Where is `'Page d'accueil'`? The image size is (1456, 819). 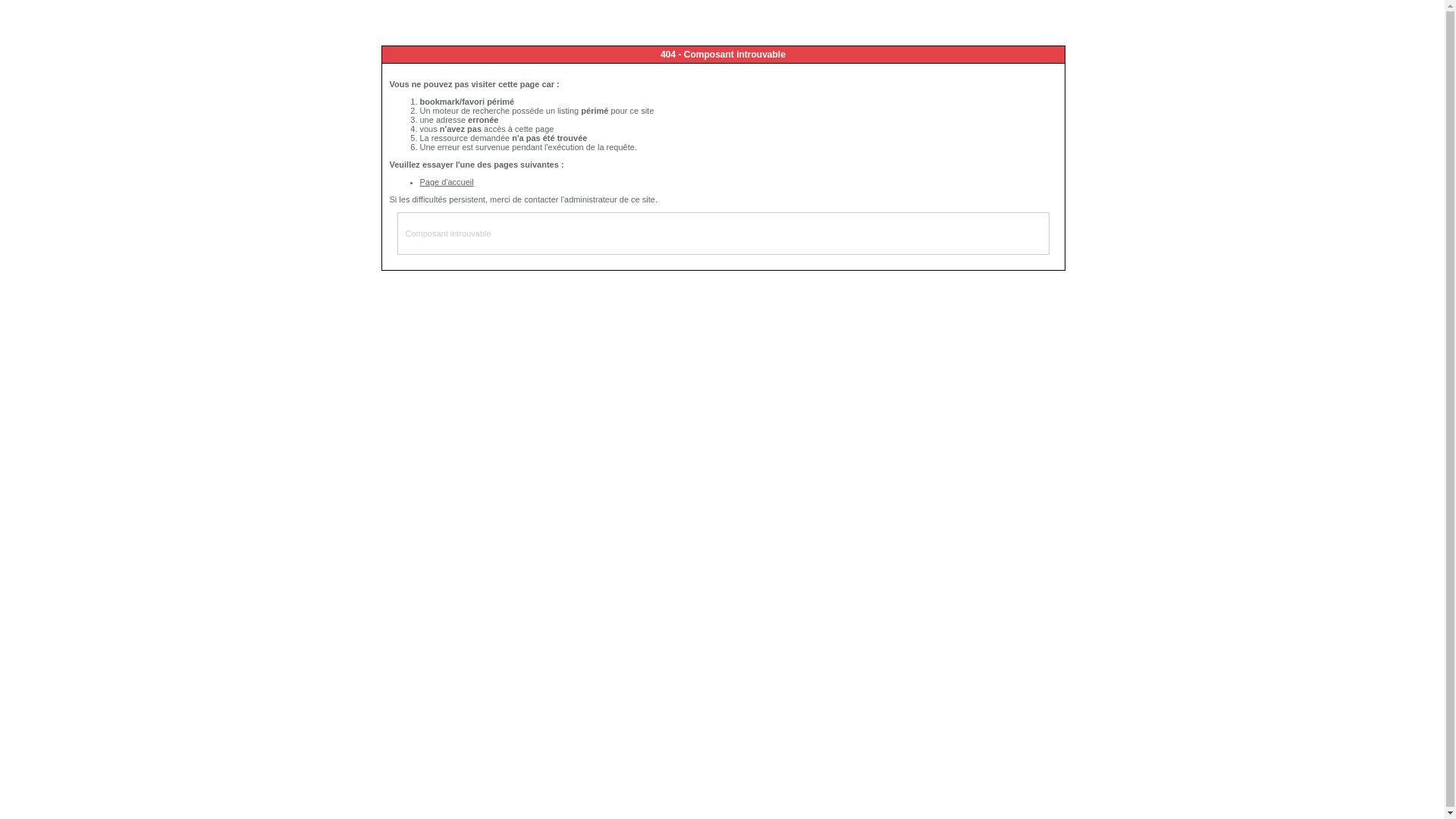
'Page d'accueil' is located at coordinates (446, 180).